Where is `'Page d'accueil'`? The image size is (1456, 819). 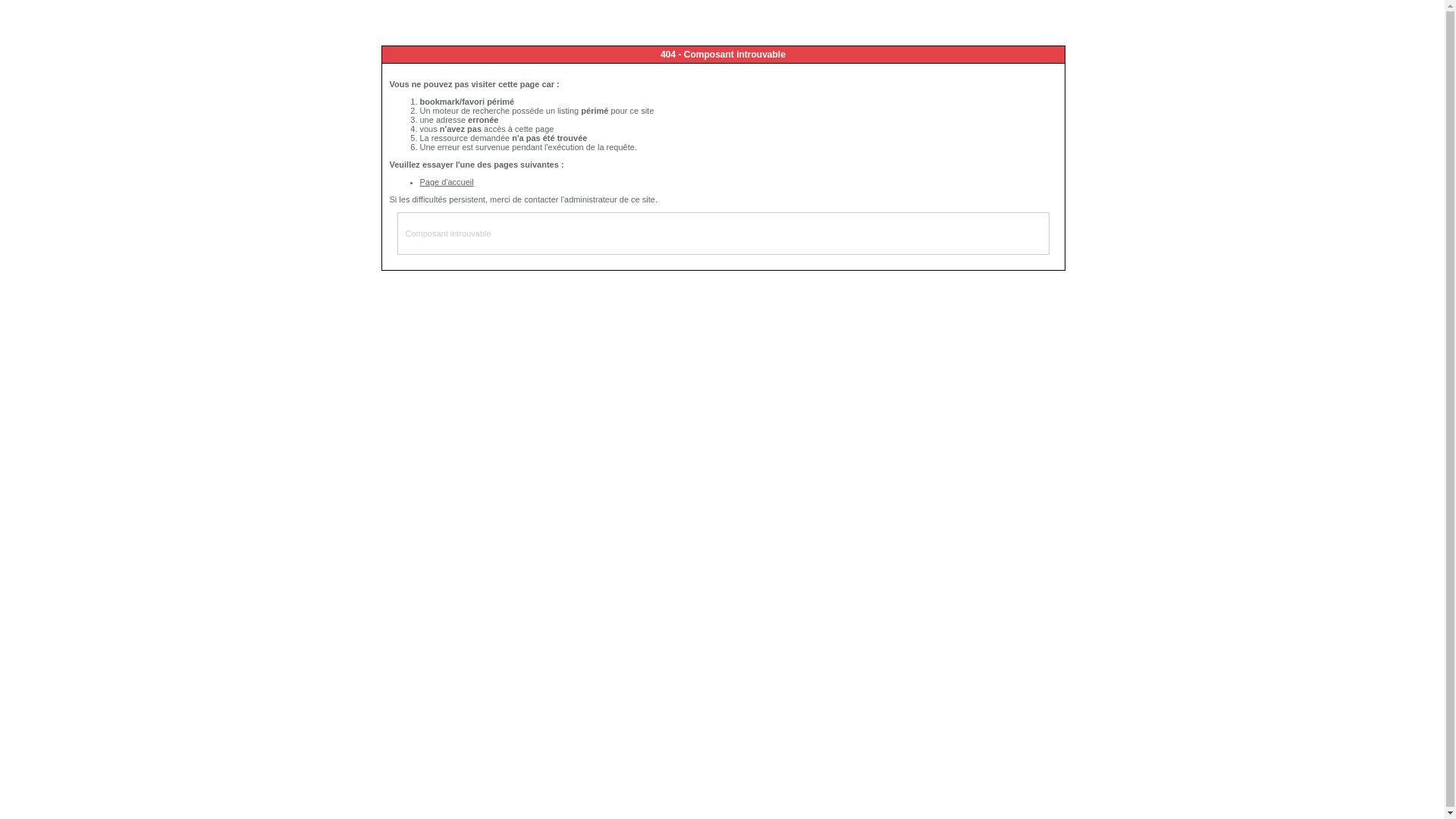
'Page d'accueil' is located at coordinates (446, 180).